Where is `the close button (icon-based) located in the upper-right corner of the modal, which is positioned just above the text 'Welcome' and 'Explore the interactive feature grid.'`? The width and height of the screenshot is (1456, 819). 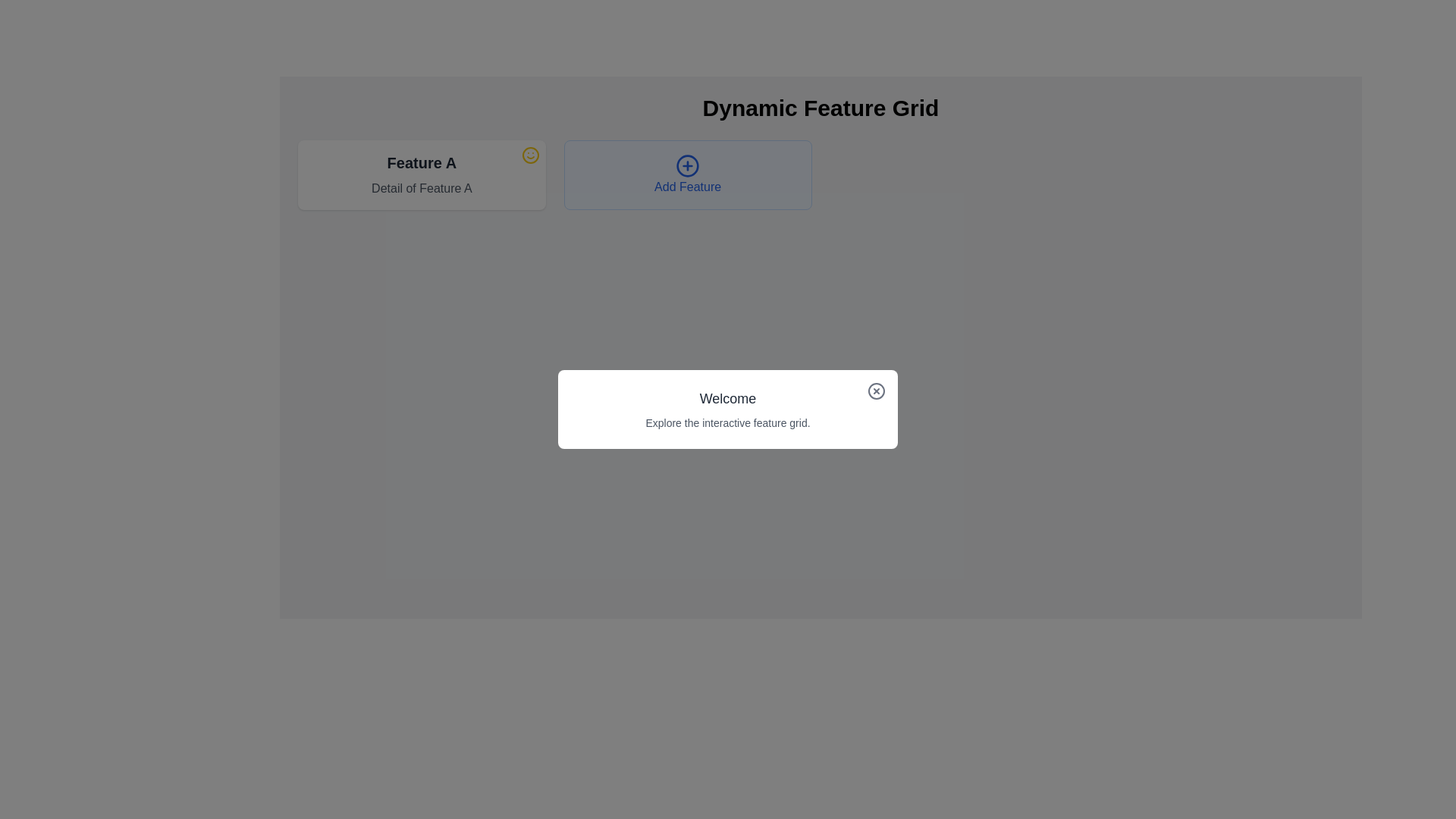 the close button (icon-based) located in the upper-right corner of the modal, which is positioned just above the text 'Welcome' and 'Explore the interactive feature grid.' is located at coordinates (877, 391).